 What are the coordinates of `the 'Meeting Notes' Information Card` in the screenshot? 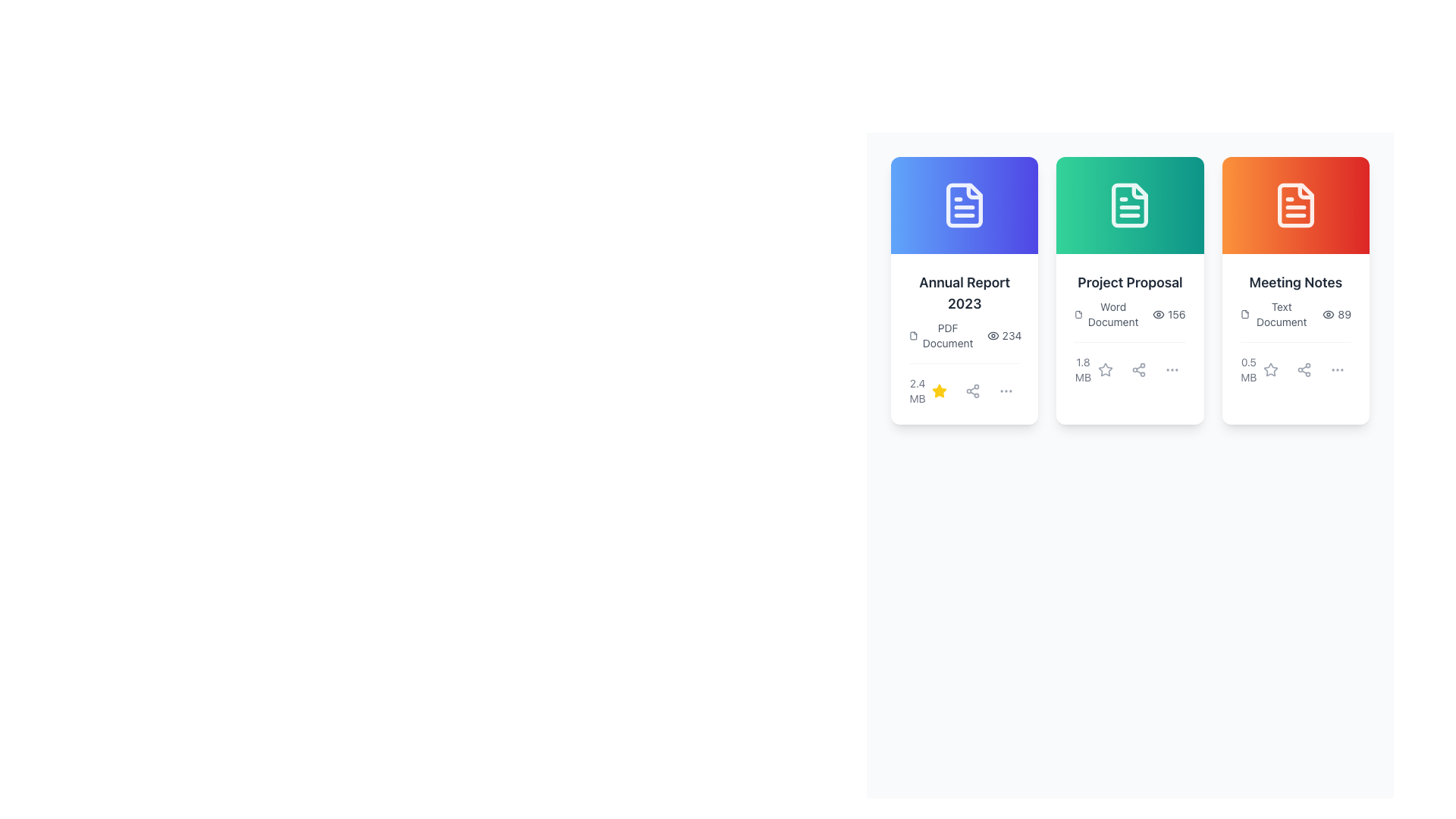 It's located at (1294, 290).